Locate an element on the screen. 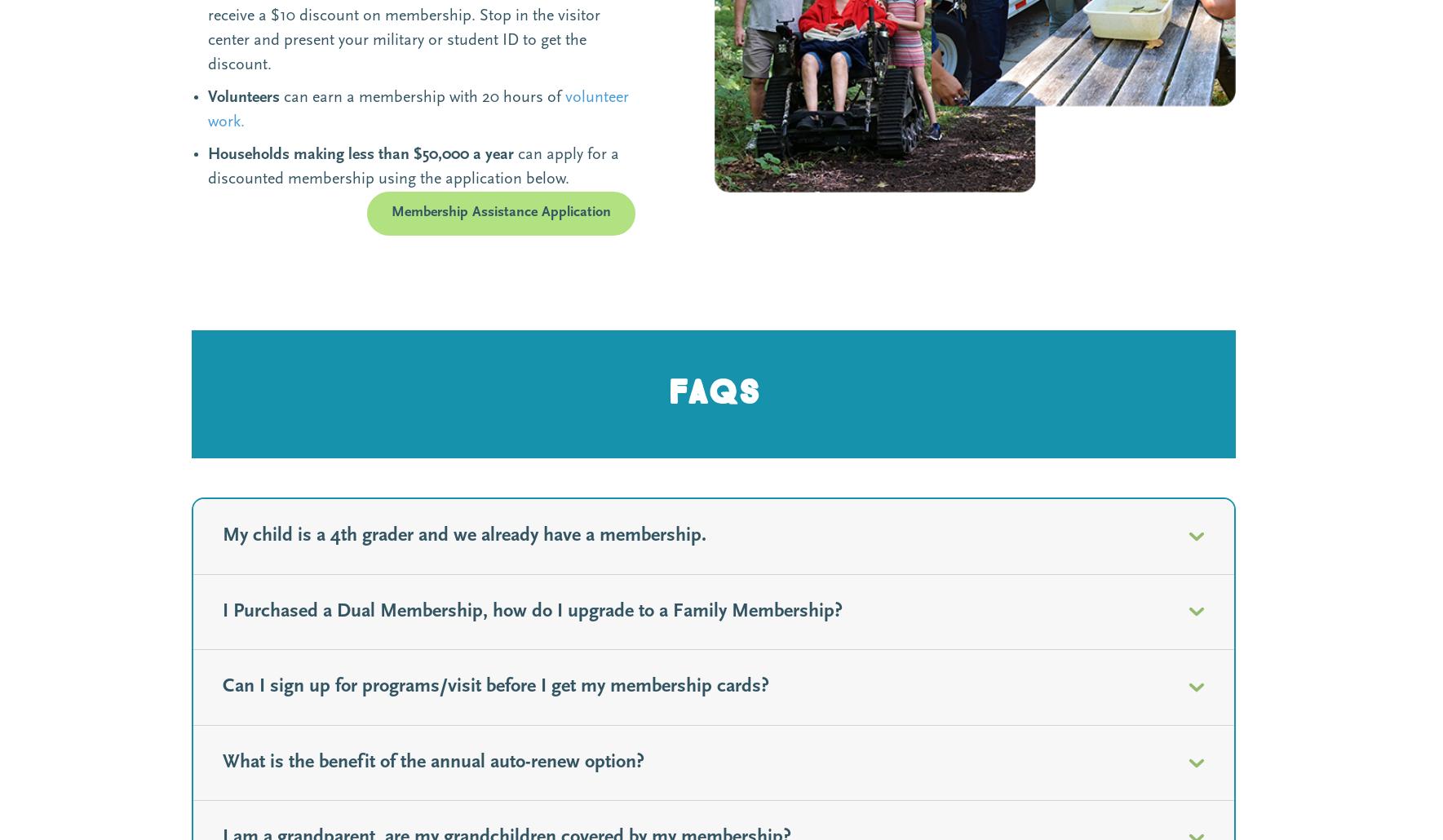  'I Purchased a Dual Membership, how do I upgrade to a Family Membership?' is located at coordinates (532, 611).